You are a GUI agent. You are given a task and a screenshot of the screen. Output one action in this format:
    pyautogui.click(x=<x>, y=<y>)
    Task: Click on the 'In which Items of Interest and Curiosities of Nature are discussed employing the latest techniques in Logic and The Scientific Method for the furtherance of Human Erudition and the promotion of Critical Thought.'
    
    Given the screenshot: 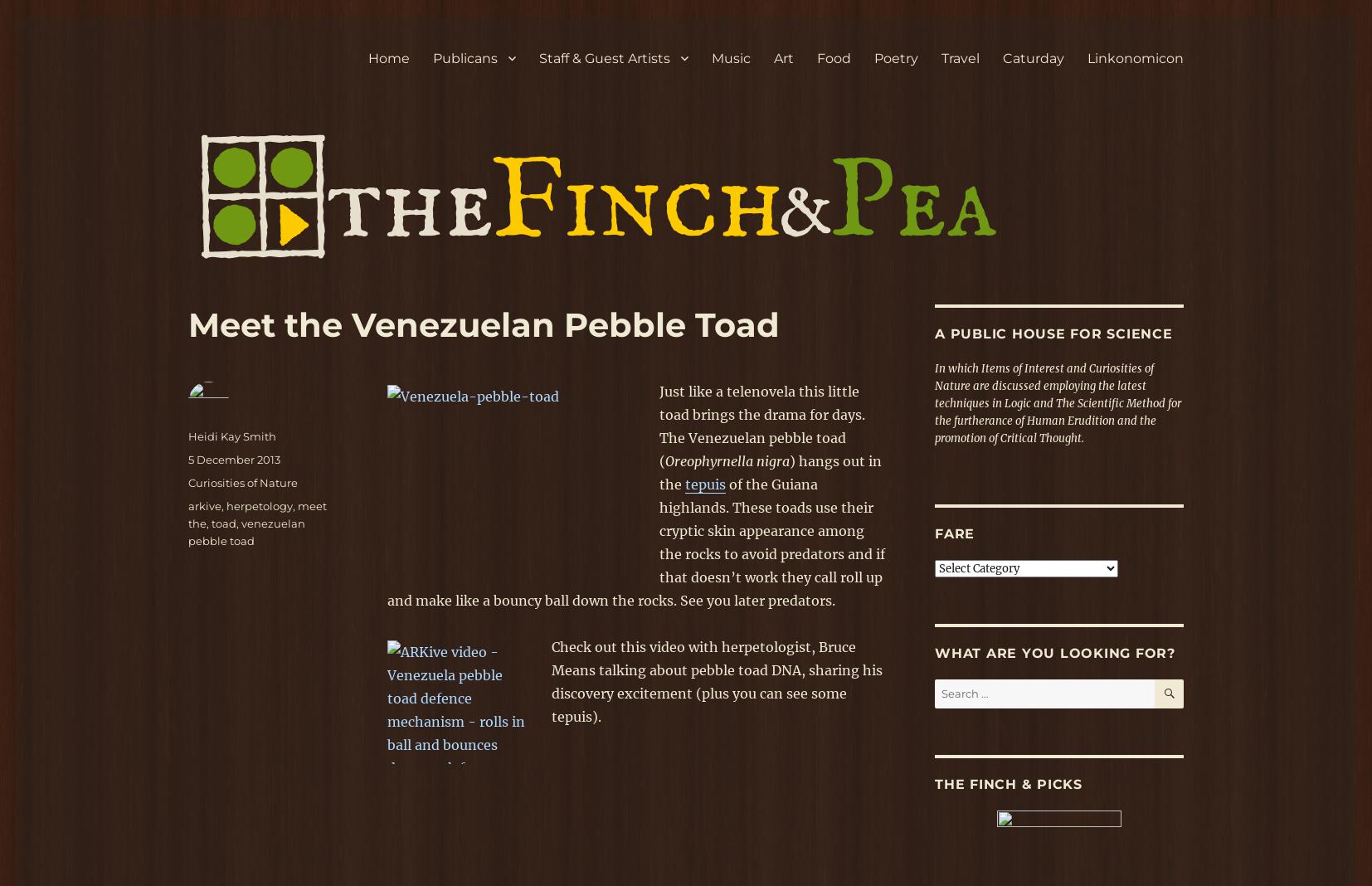 What is the action you would take?
    pyautogui.click(x=1058, y=403)
    